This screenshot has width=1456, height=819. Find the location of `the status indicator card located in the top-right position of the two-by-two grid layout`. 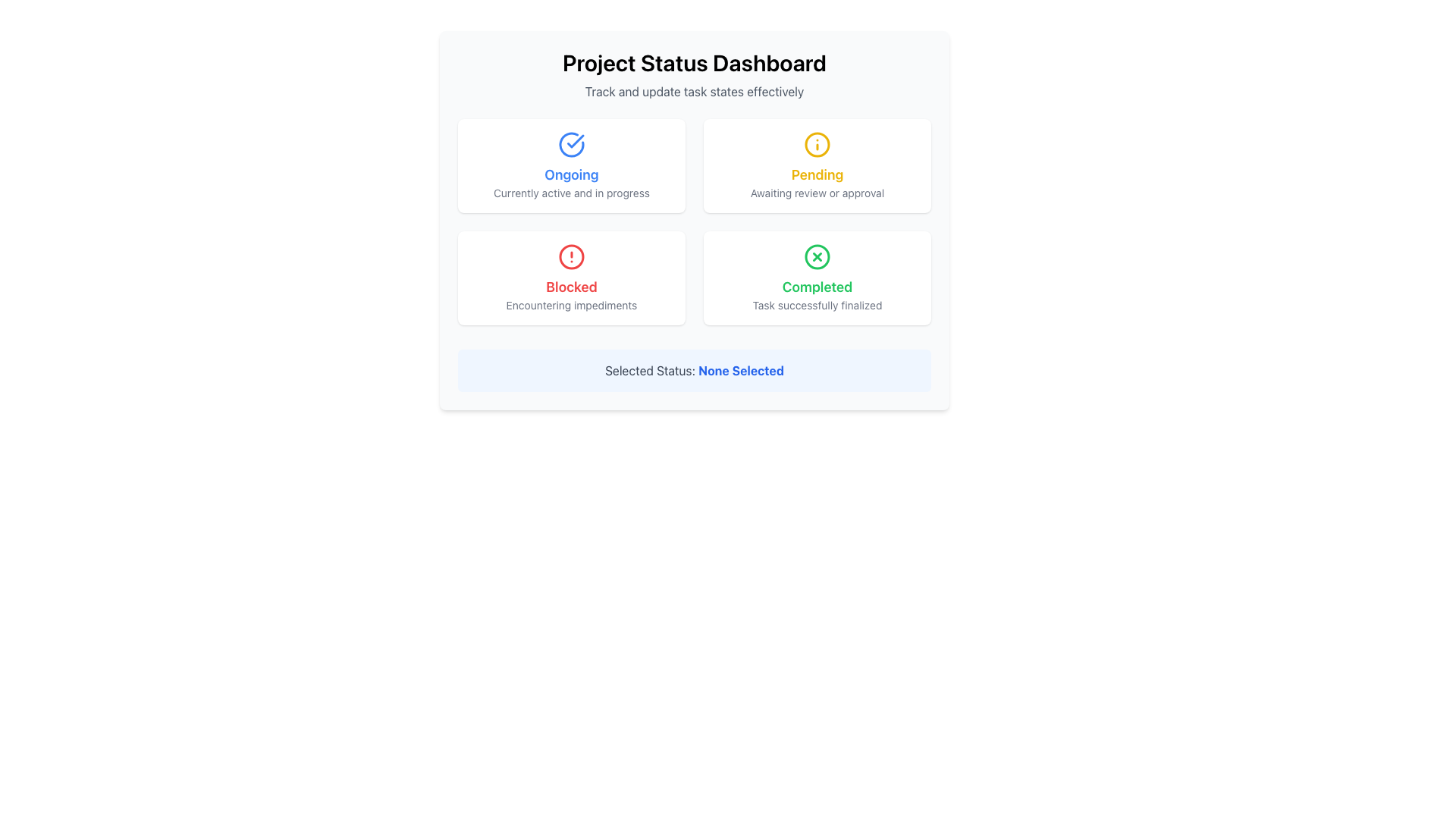

the status indicator card located in the top-right position of the two-by-two grid layout is located at coordinates (817, 166).